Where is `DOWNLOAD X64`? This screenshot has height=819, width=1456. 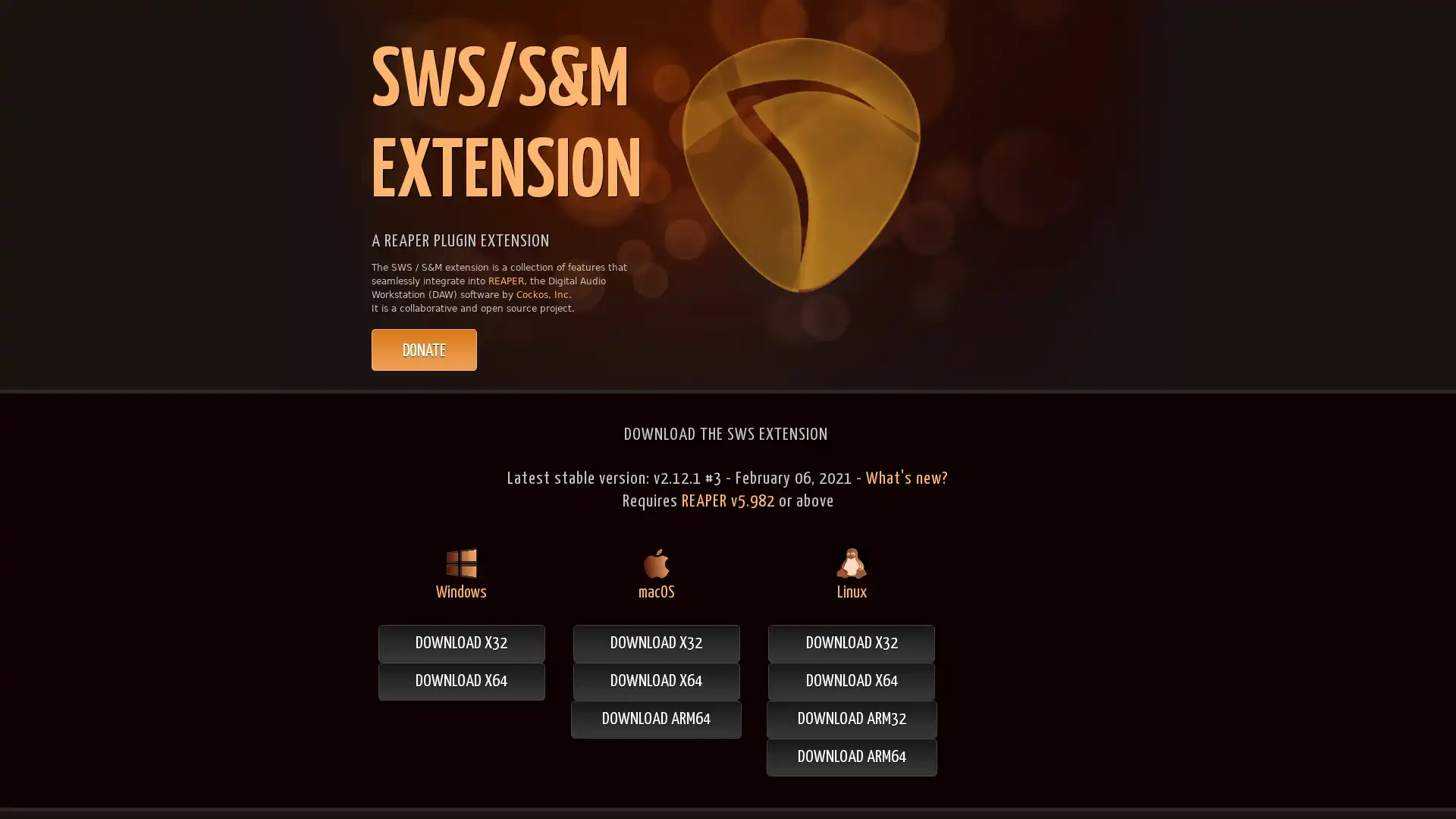 DOWNLOAD X64 is located at coordinates (484, 680).